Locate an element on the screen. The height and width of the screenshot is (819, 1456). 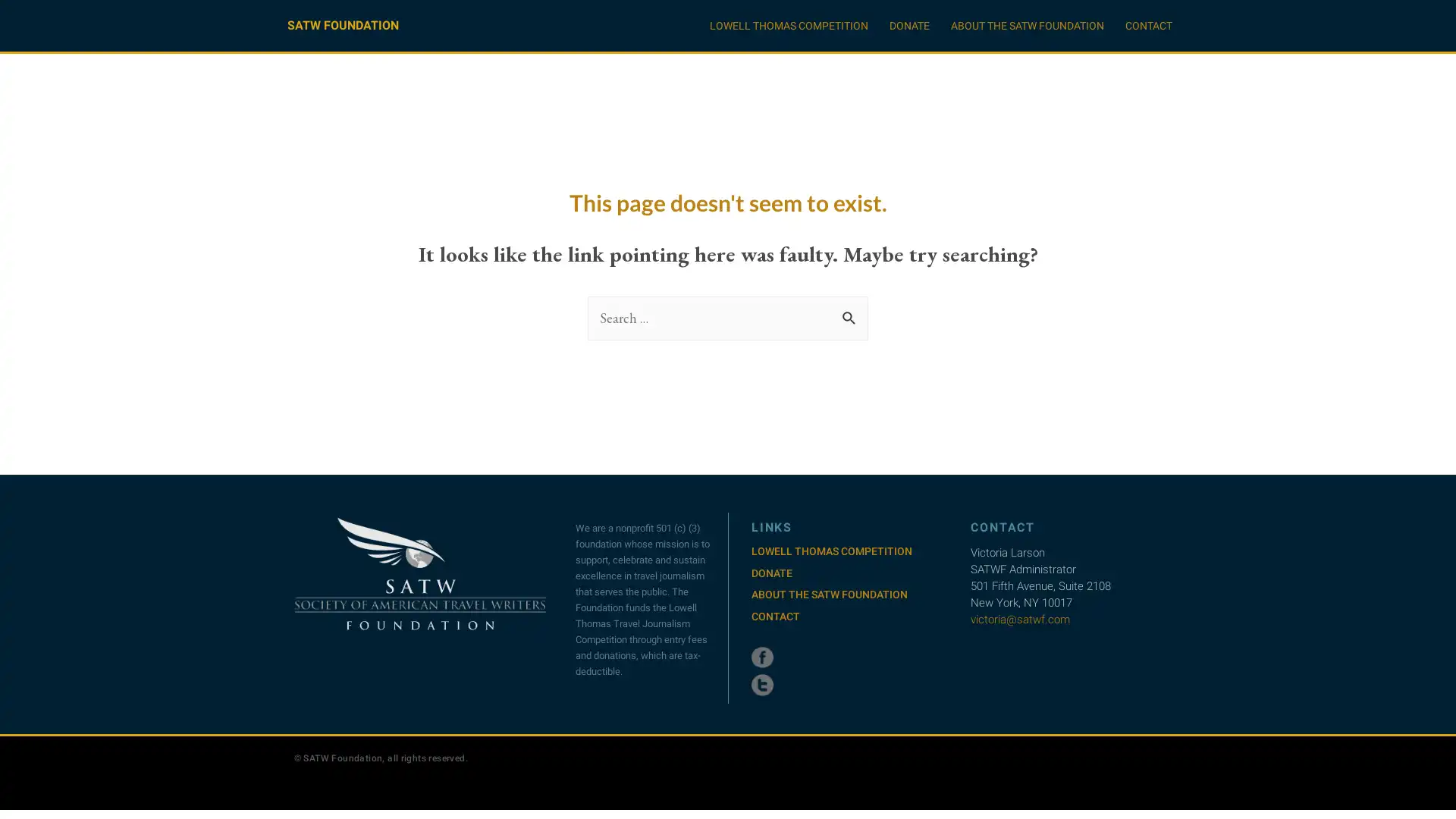
Search is located at coordinates (851, 312).